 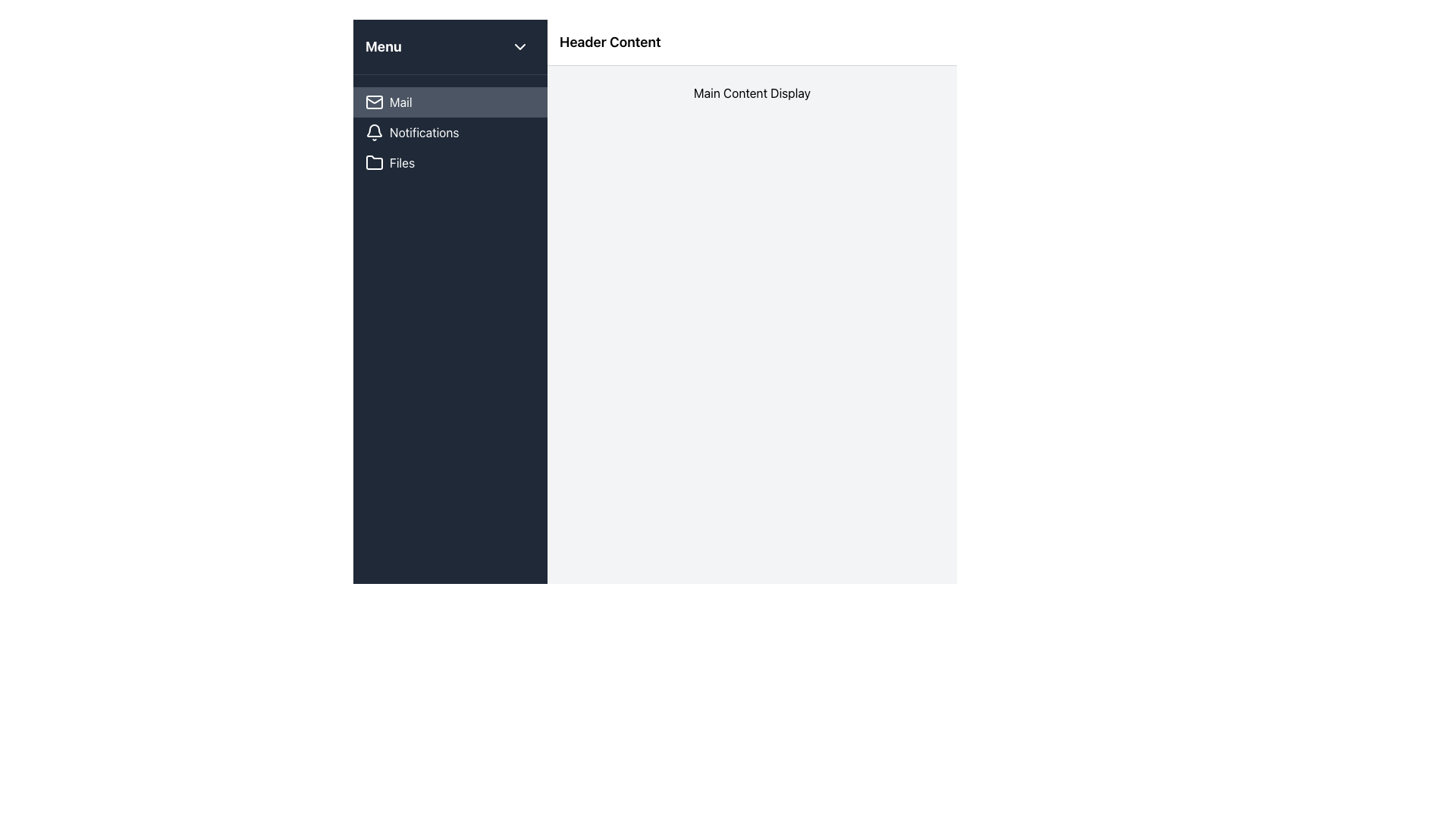 What do you see at coordinates (383, 45) in the screenshot?
I see `the static text label located at the top-left corner of the panel, which indicates the purpose or content of the surrounding section` at bounding box center [383, 45].